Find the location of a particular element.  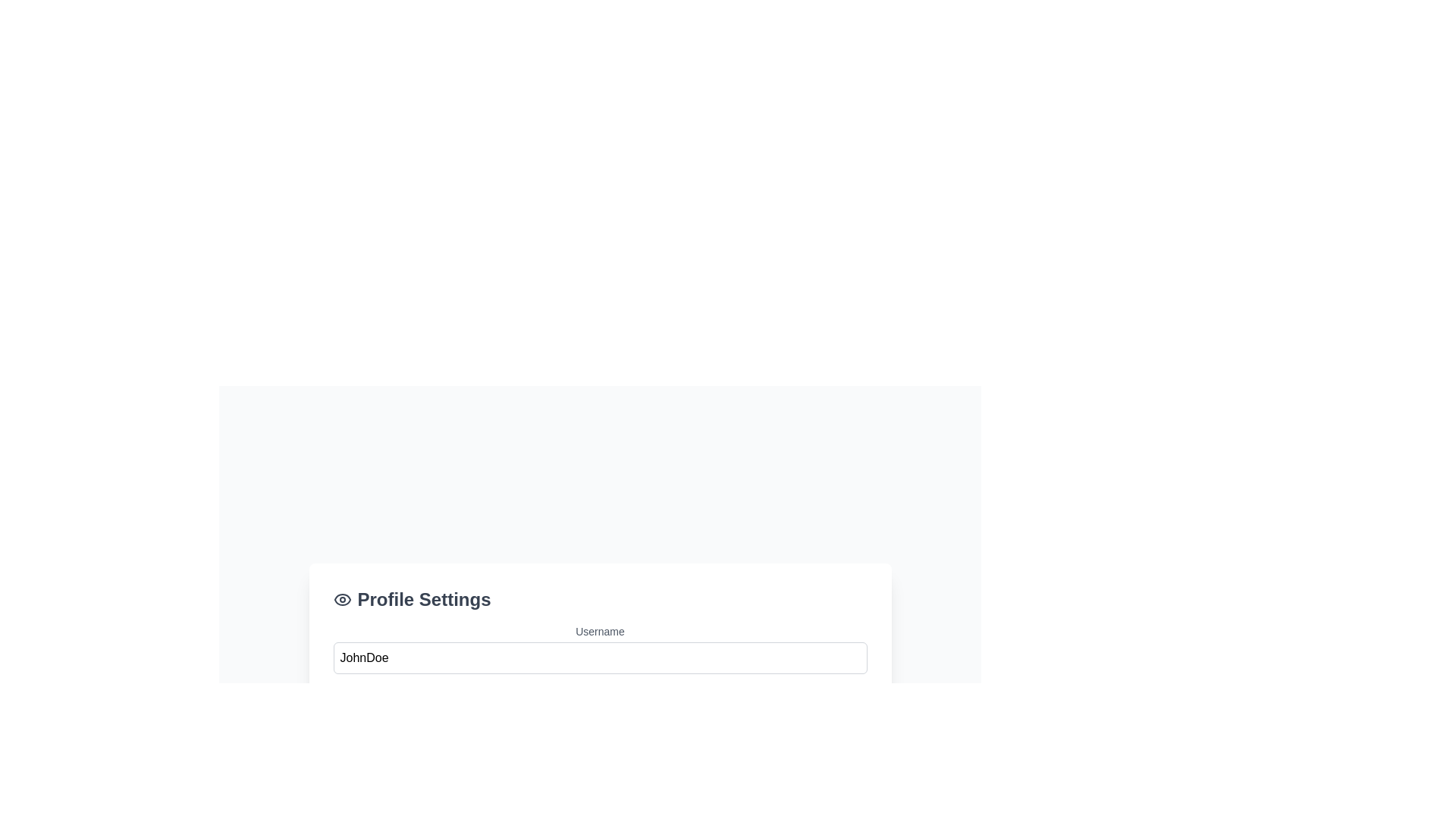

text label located at the top-left part of the 'Profile Settings' form section, which provides a hint for the input field below it is located at coordinates (599, 632).